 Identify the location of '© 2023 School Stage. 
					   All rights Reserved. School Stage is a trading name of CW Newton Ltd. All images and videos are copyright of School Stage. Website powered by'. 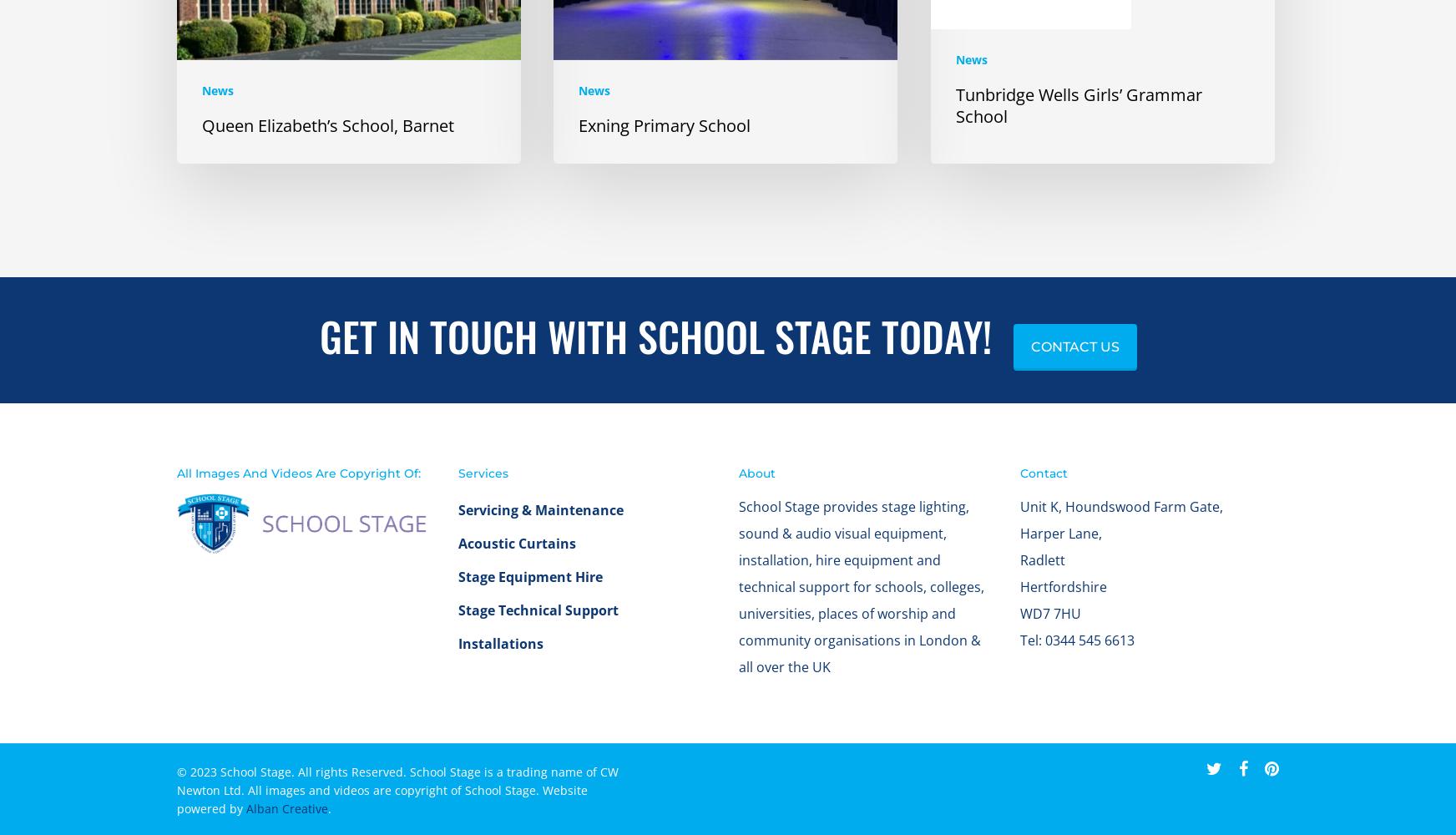
(397, 805).